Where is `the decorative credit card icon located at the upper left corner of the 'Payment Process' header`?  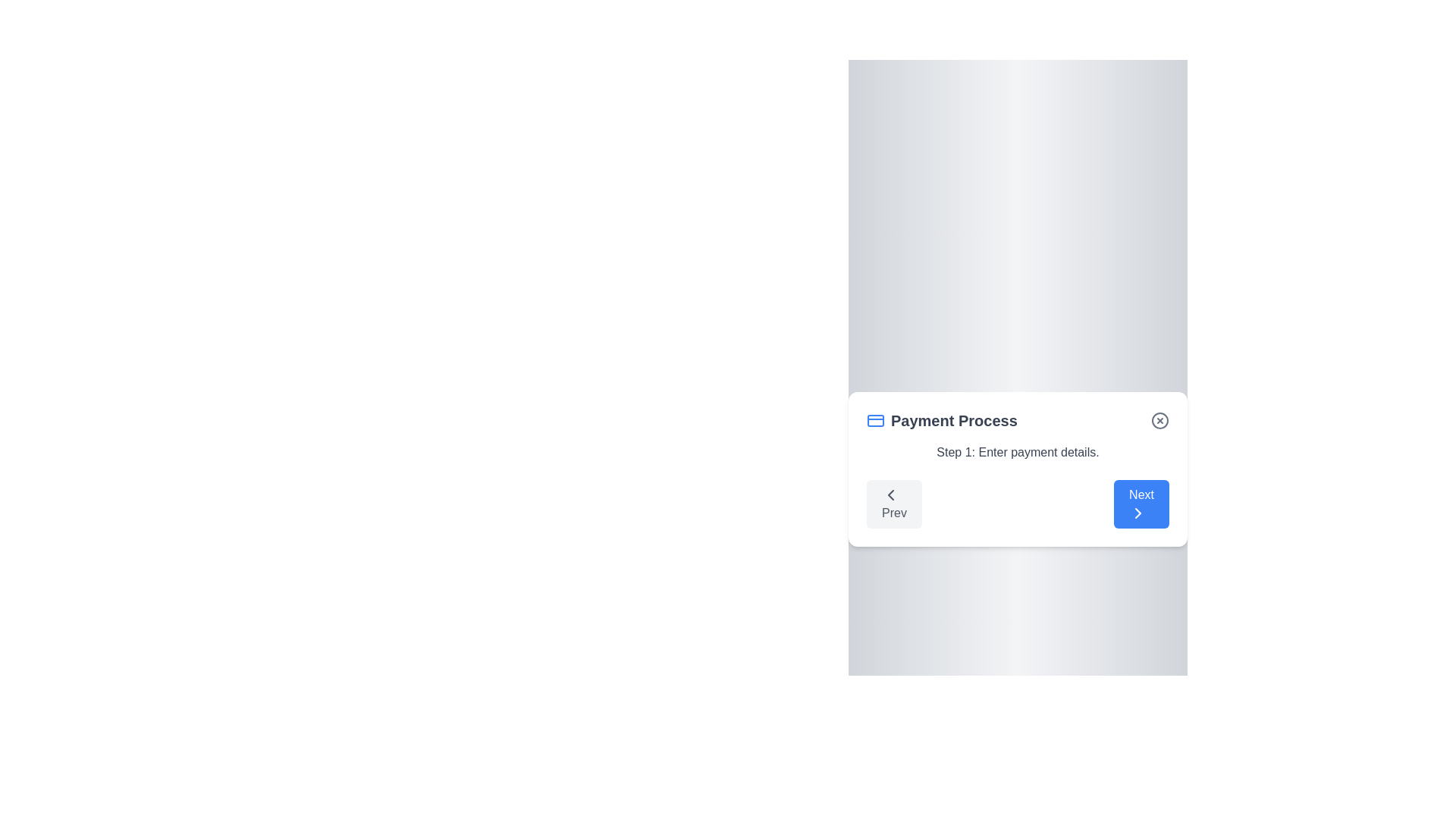
the decorative credit card icon located at the upper left corner of the 'Payment Process' header is located at coordinates (876, 421).